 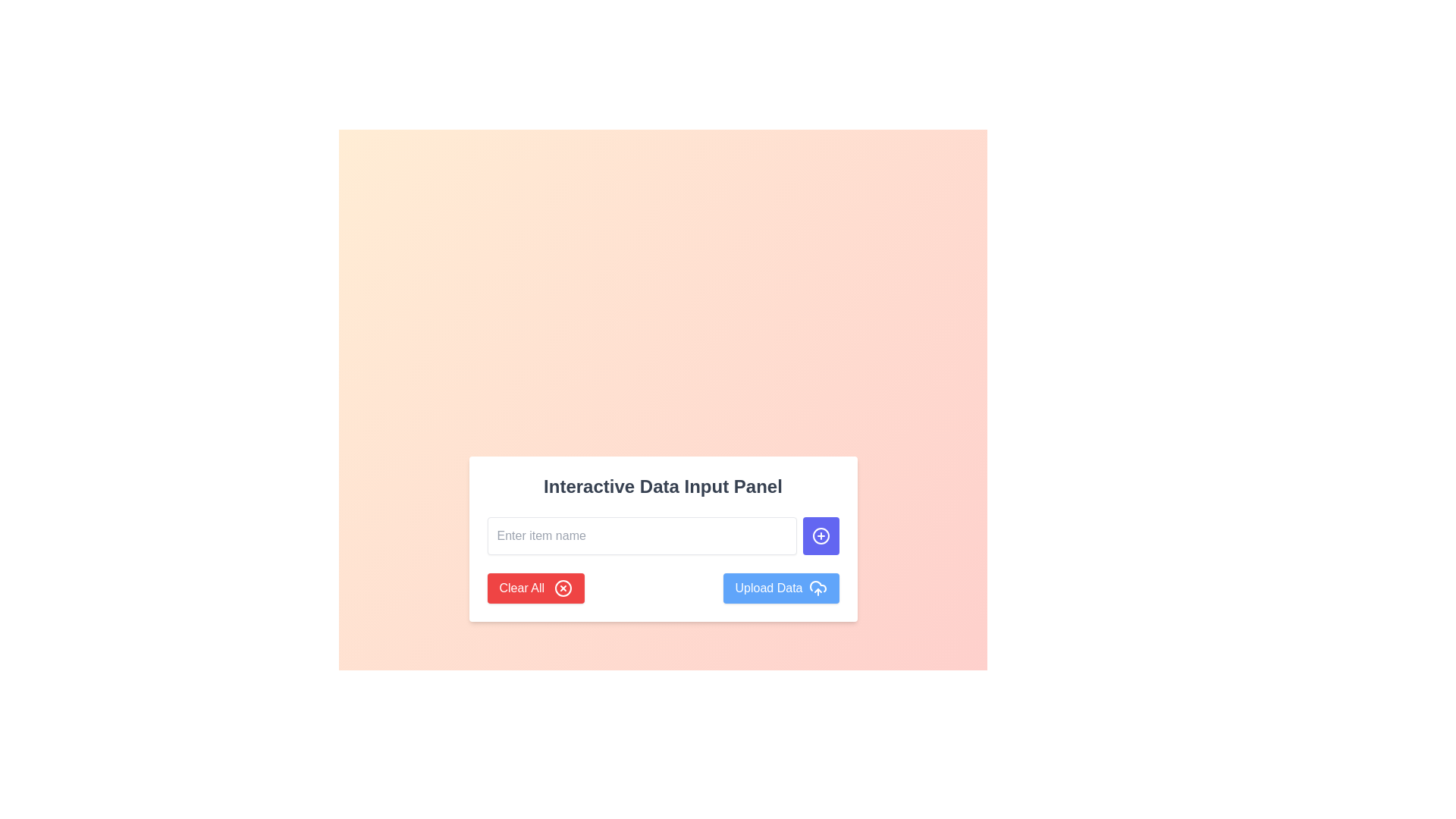 What do you see at coordinates (562, 588) in the screenshot?
I see `the circular icon with a cross inside located on the right side of the red button labeled 'Clear All'` at bounding box center [562, 588].